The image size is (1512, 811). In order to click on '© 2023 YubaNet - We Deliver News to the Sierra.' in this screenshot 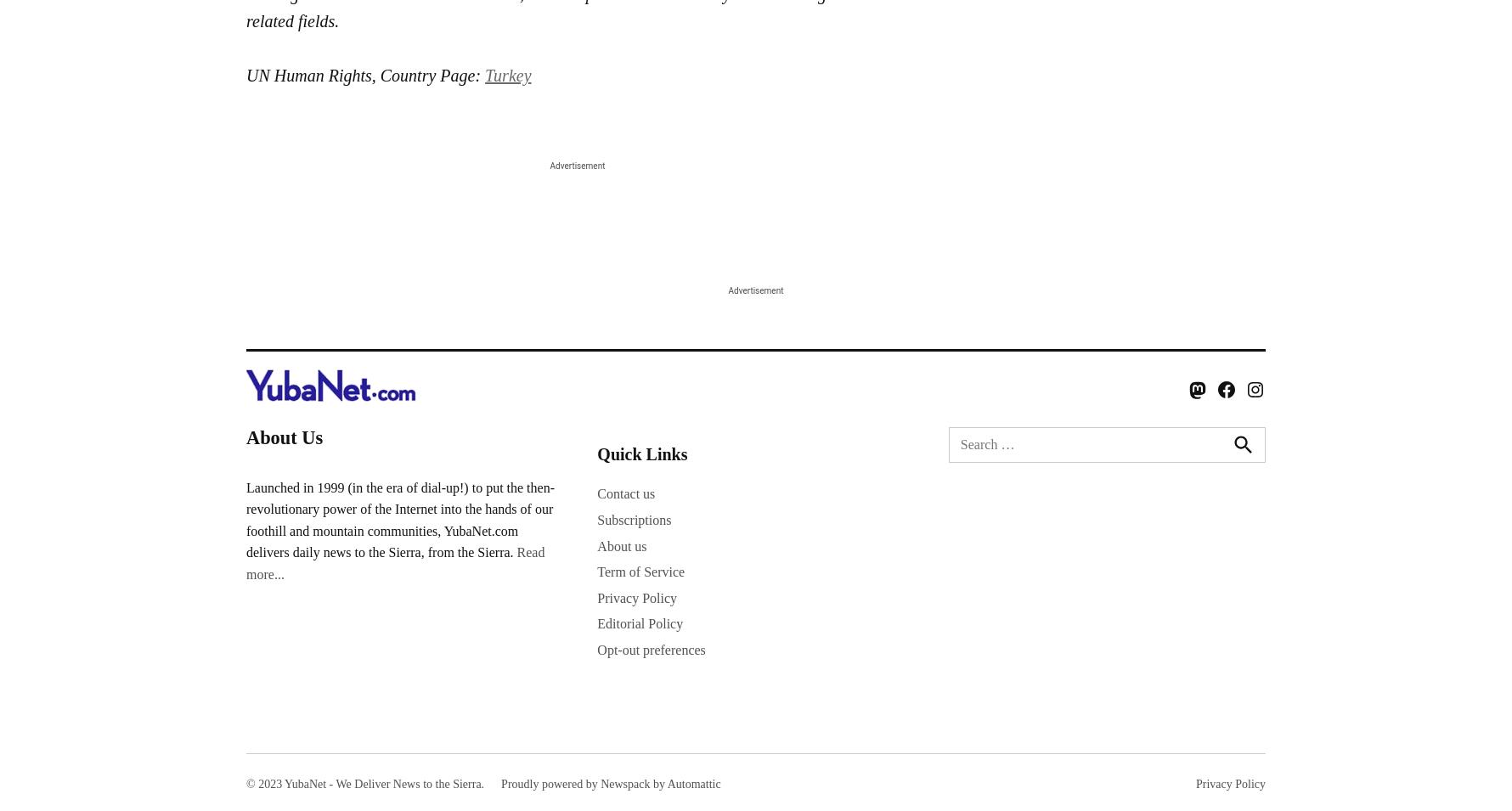, I will do `click(245, 783)`.